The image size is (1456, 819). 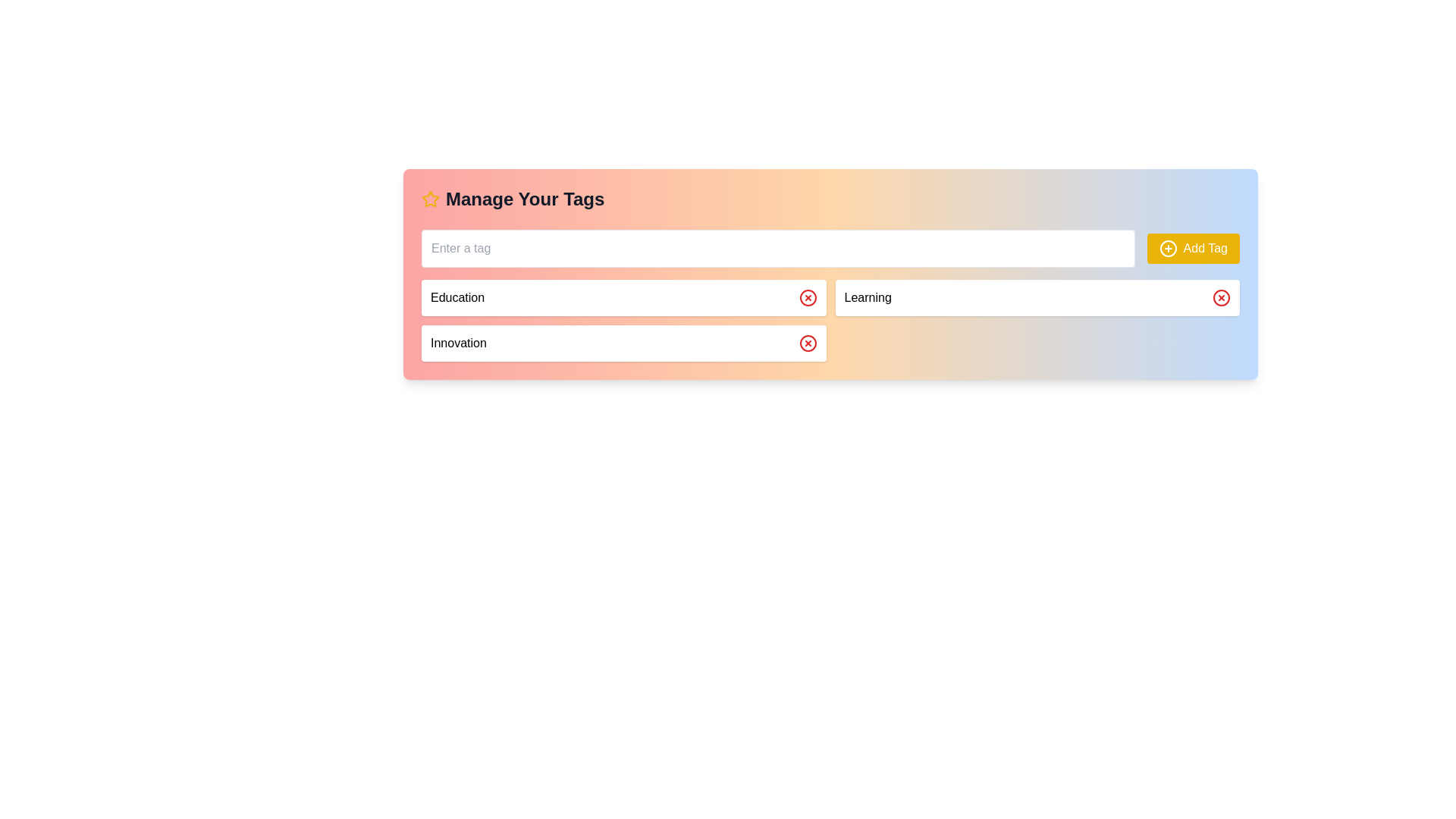 What do you see at coordinates (807, 343) in the screenshot?
I see `the small circular button with a red border and a white background that contains a red 'X' symbol, located next to the text 'Innovation'` at bounding box center [807, 343].